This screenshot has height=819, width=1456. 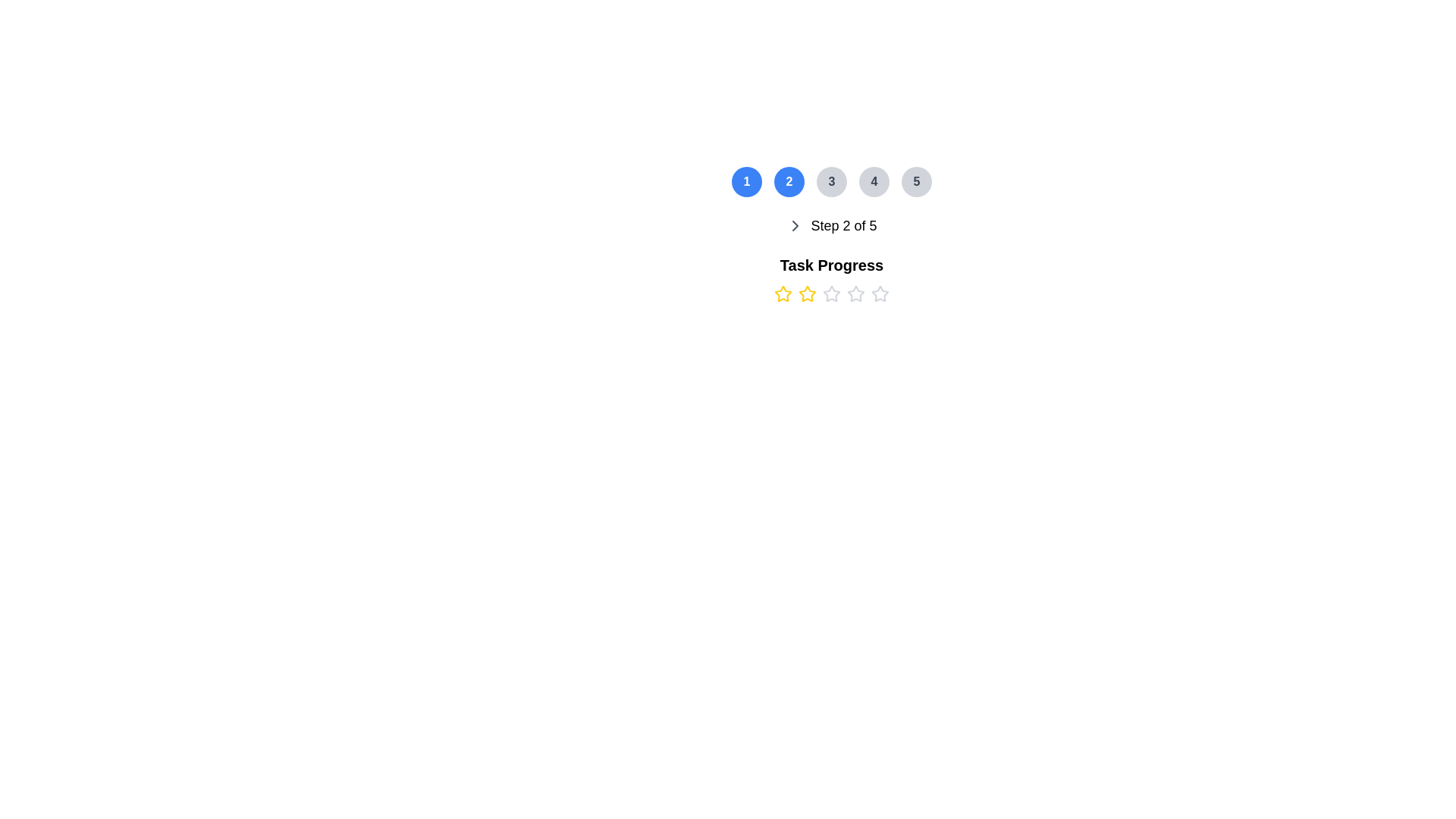 I want to click on the second star-shaped icon in the rating control below the 'Task Progress' text to increase the rating, so click(x=807, y=294).